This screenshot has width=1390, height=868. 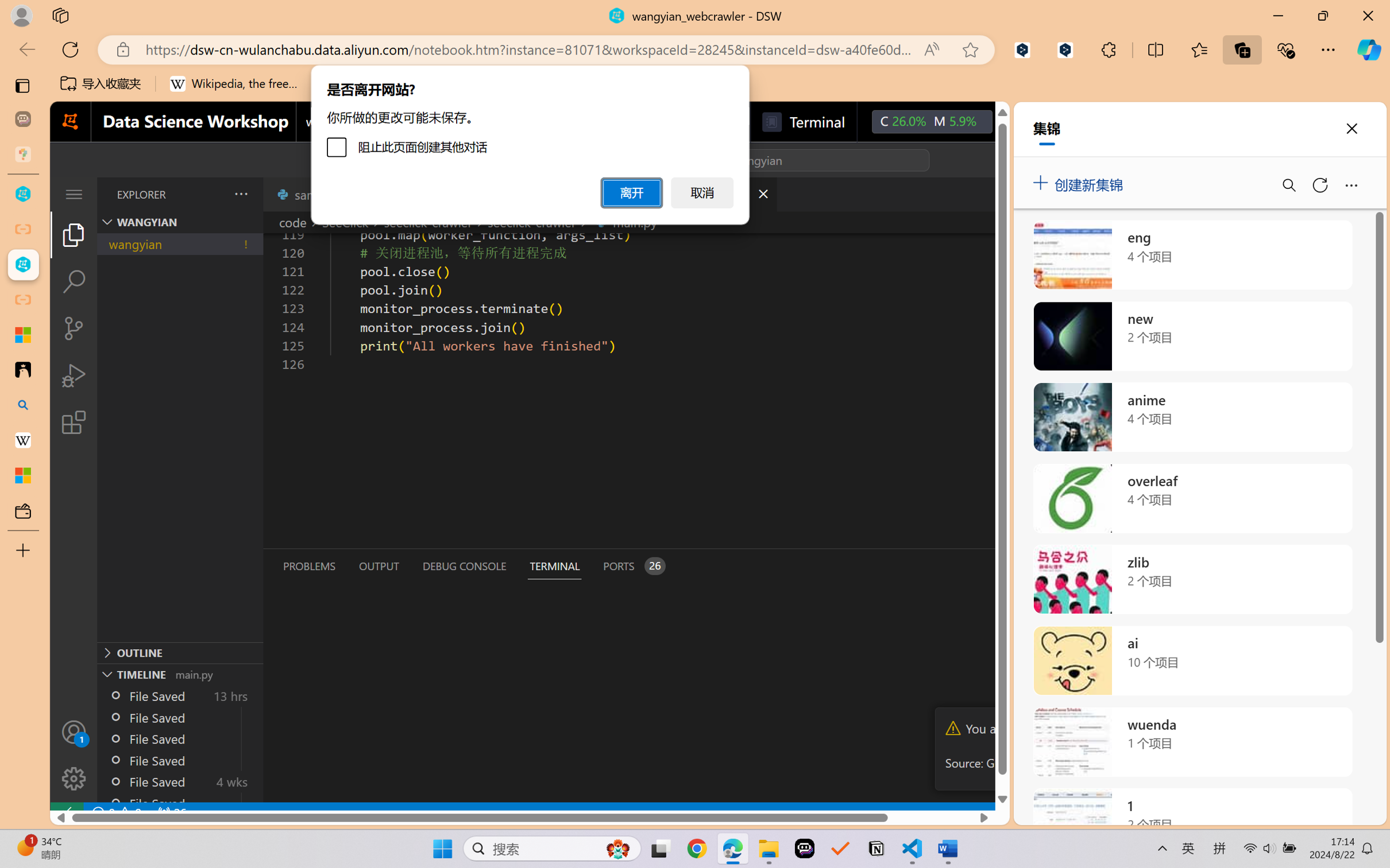 I want to click on 'C26.0% M5.9%', so click(x=931, y=121).